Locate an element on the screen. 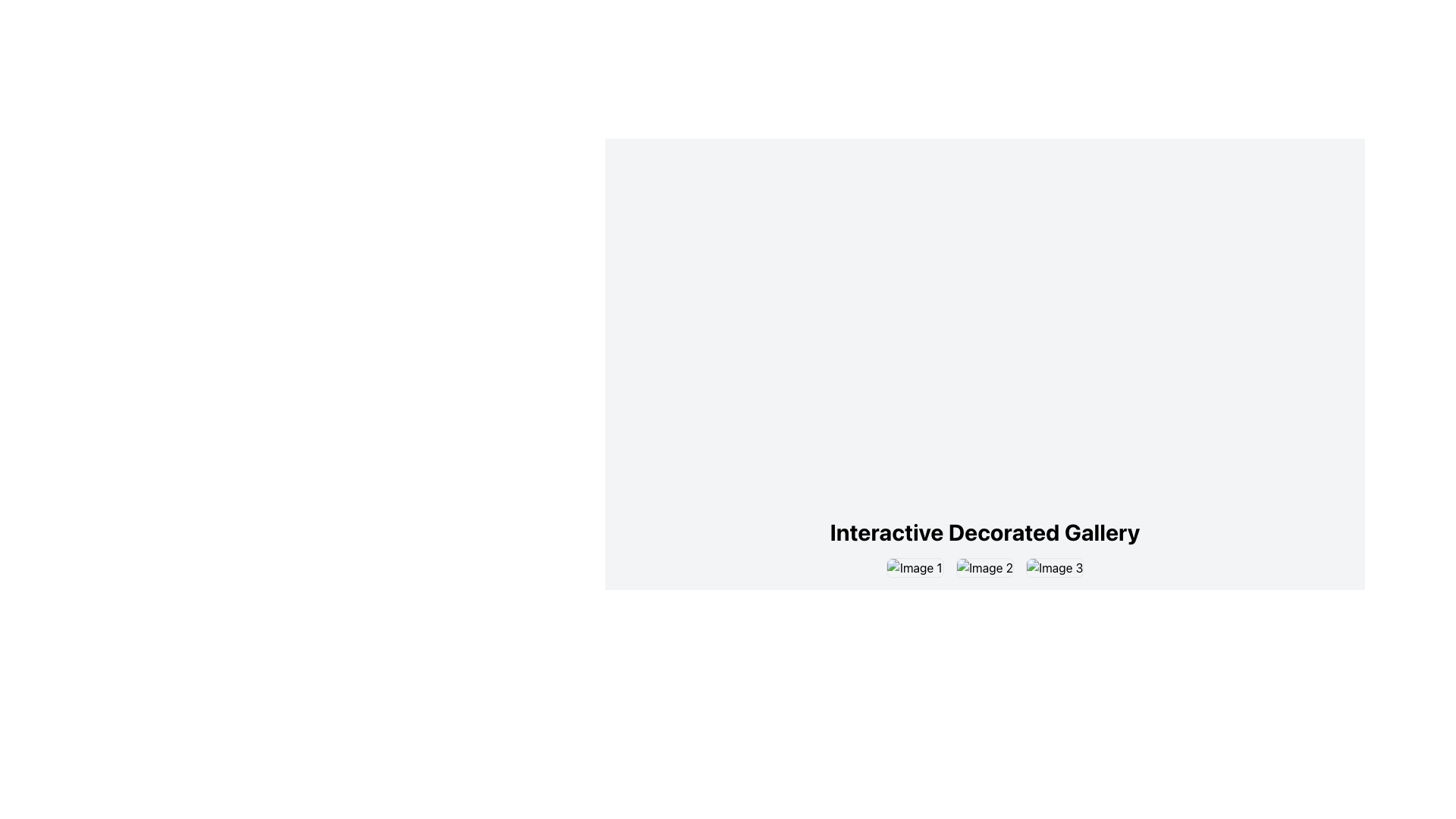 This screenshot has height=819, width=1456. the text label displaying 'Interactive Decorated Gallery', which is prominently styled in bold black text on a light gray background is located at coordinates (985, 532).